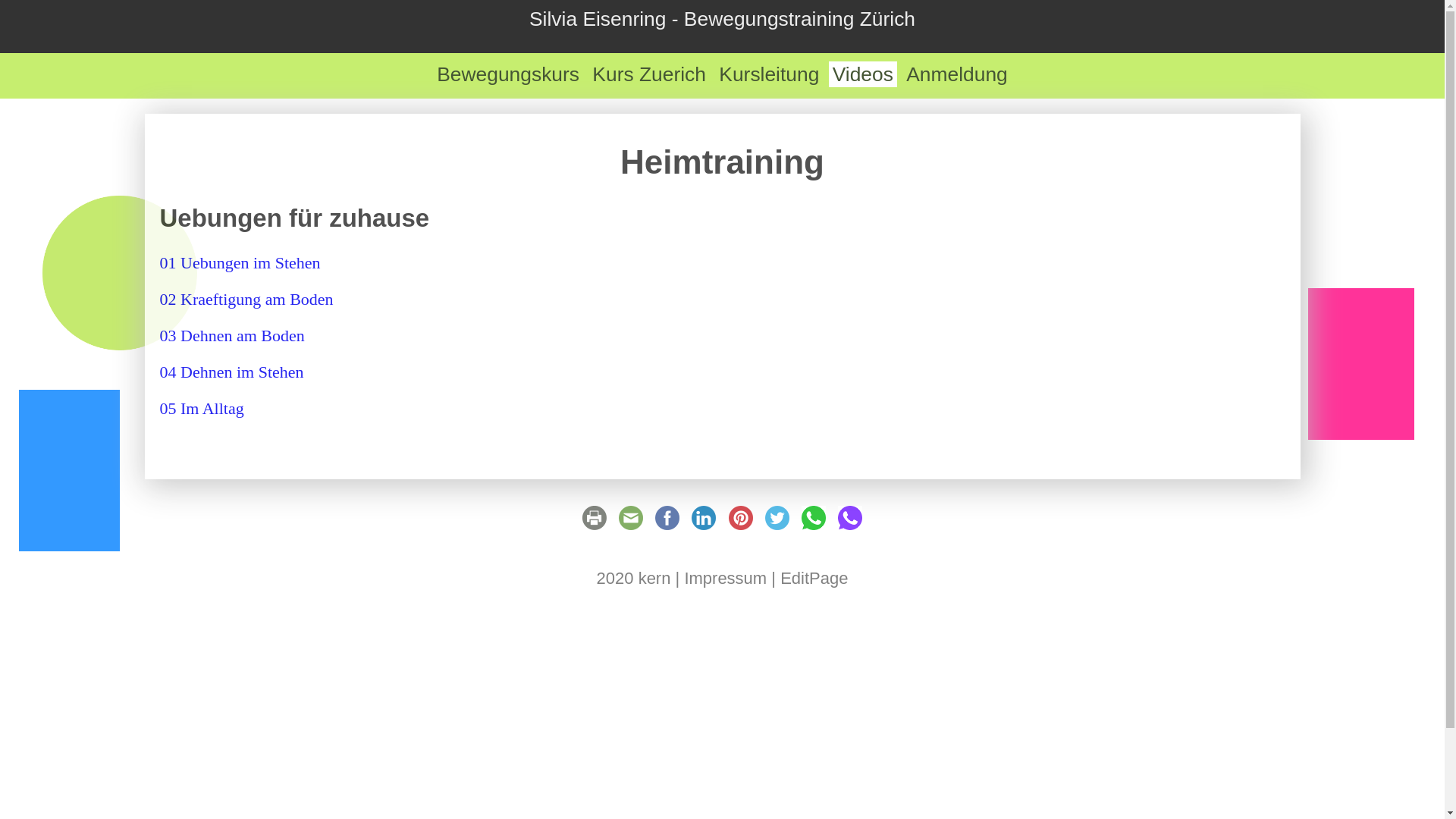 The width and height of the screenshot is (1456, 819). What do you see at coordinates (159, 334) in the screenshot?
I see `'03 Dehnen am Boden'` at bounding box center [159, 334].